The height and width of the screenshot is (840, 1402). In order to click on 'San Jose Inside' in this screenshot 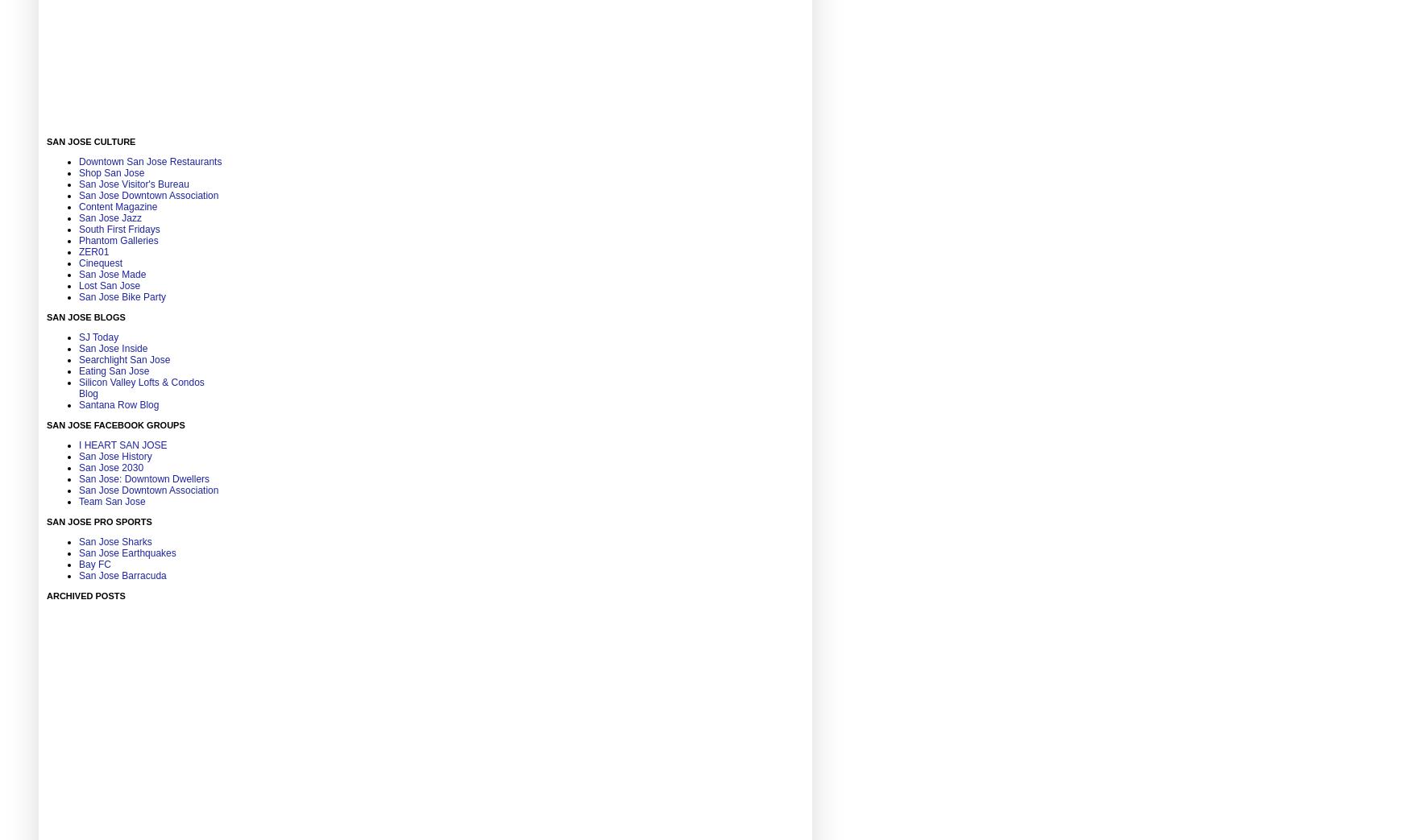, I will do `click(112, 348)`.